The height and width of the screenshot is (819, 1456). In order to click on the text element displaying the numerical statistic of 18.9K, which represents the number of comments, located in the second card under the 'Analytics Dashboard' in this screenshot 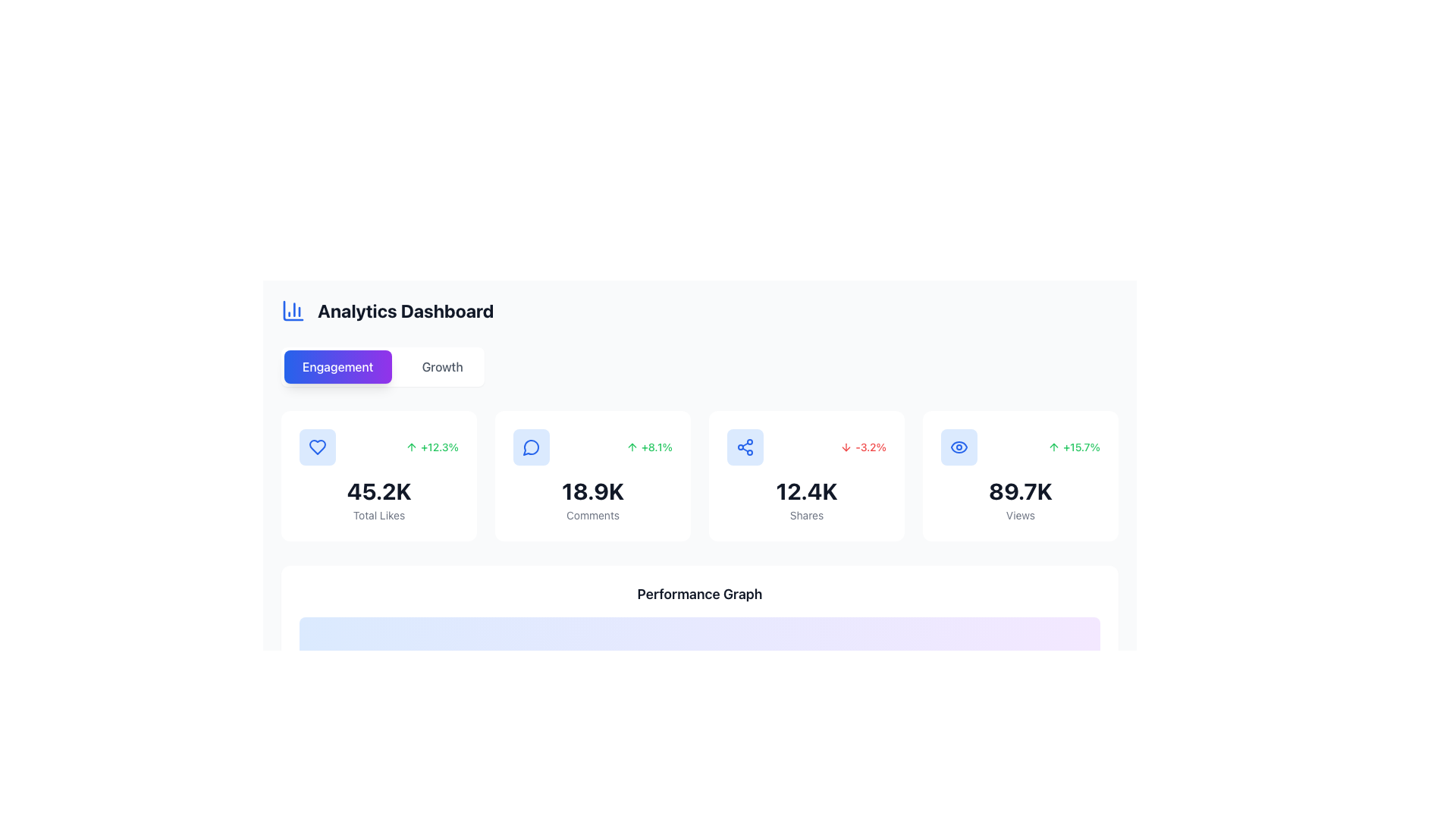, I will do `click(592, 491)`.